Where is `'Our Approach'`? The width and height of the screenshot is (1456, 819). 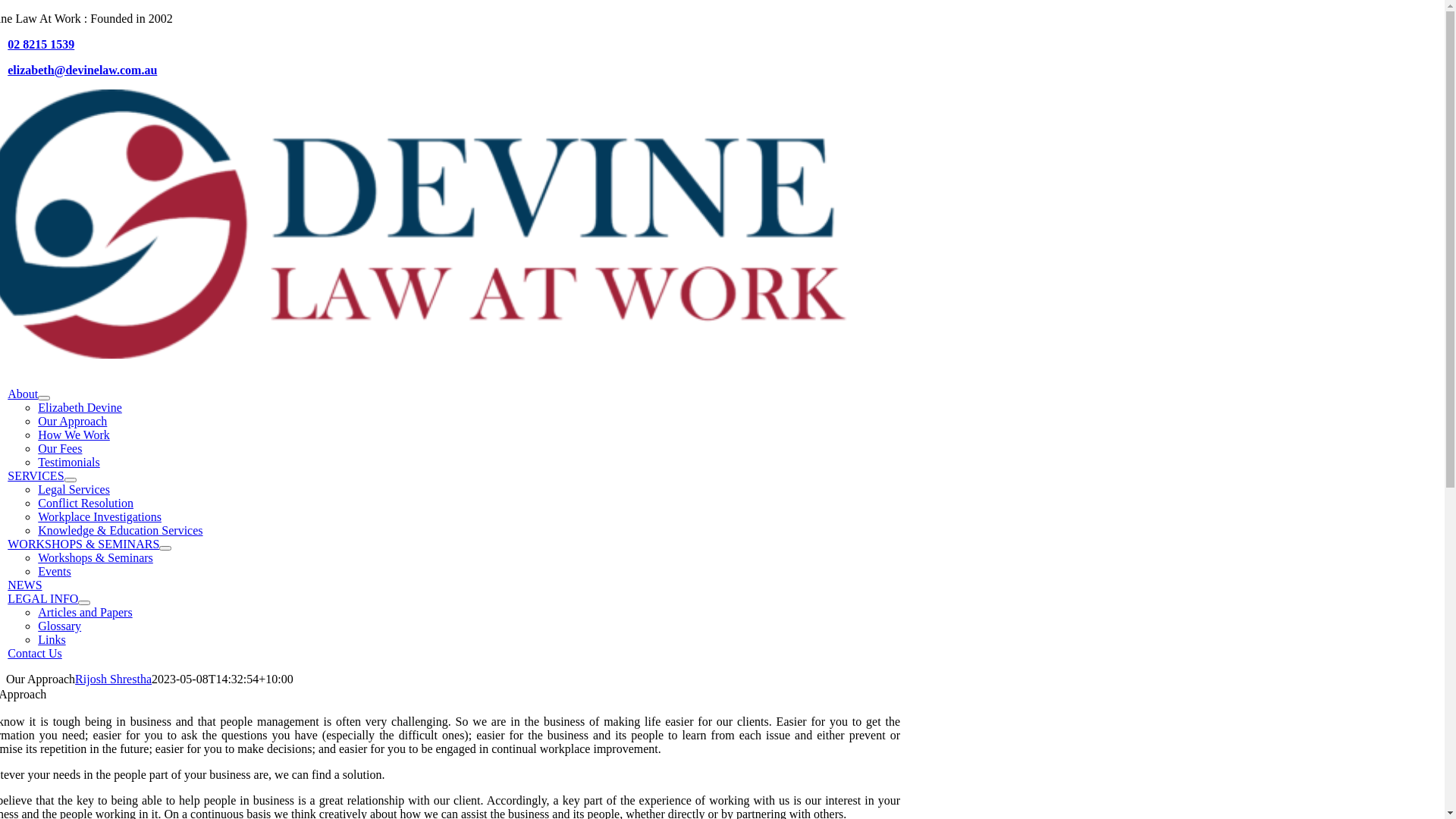 'Our Approach' is located at coordinates (71, 421).